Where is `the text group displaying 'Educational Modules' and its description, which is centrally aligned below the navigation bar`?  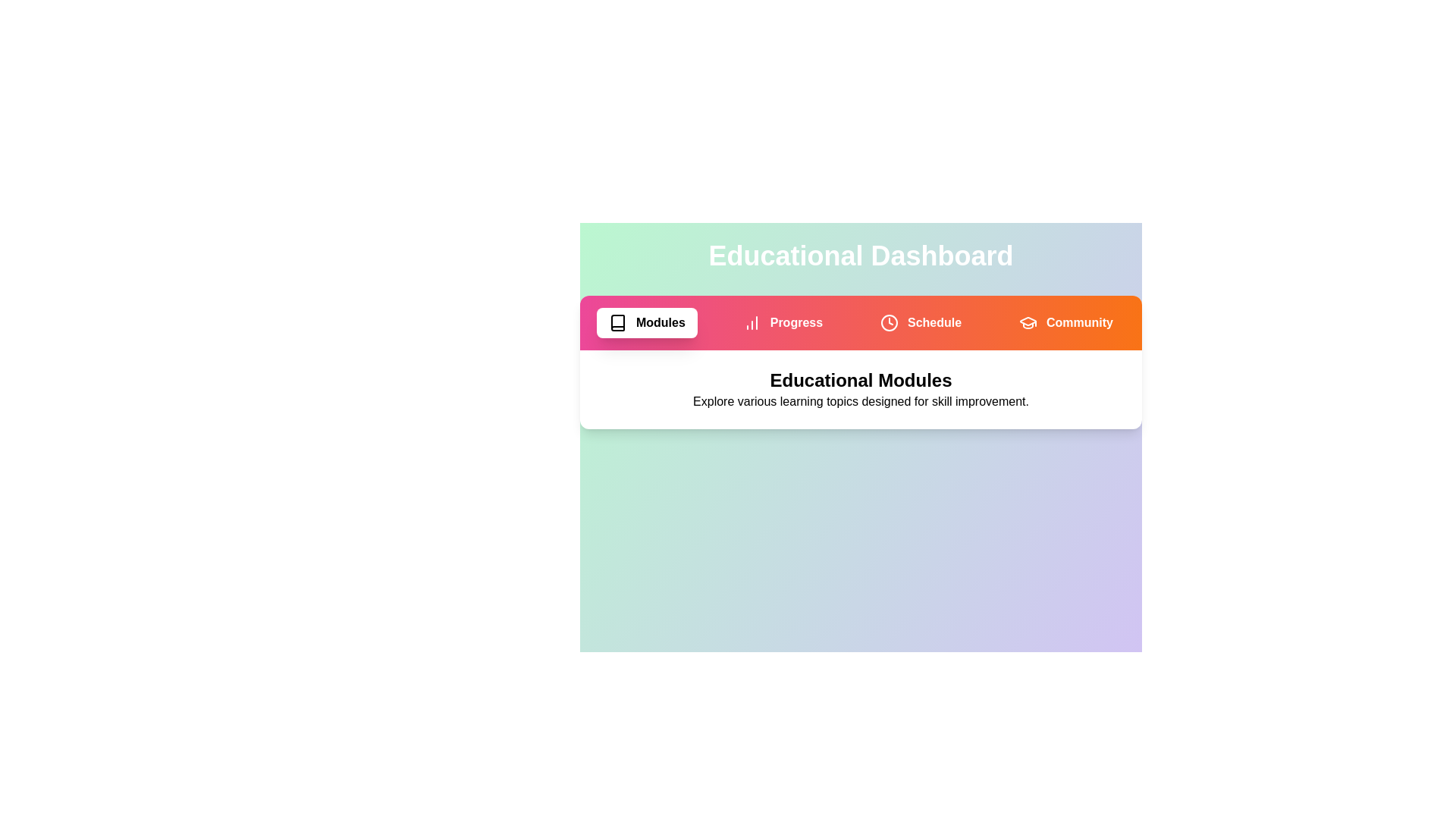 the text group displaying 'Educational Modules' and its description, which is centrally aligned below the navigation bar is located at coordinates (861, 388).